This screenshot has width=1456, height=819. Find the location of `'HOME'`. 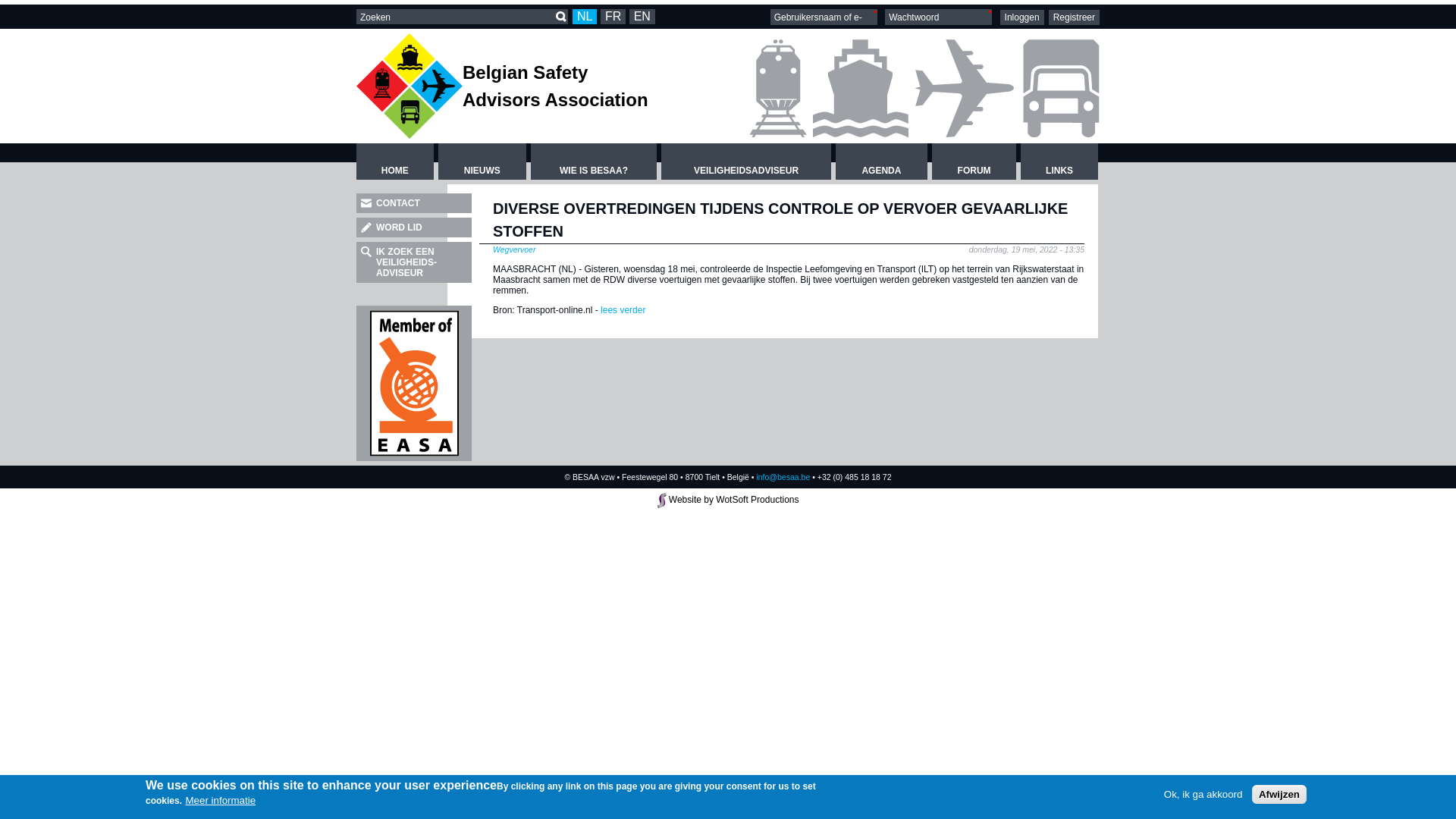

'HOME' is located at coordinates (356, 161).